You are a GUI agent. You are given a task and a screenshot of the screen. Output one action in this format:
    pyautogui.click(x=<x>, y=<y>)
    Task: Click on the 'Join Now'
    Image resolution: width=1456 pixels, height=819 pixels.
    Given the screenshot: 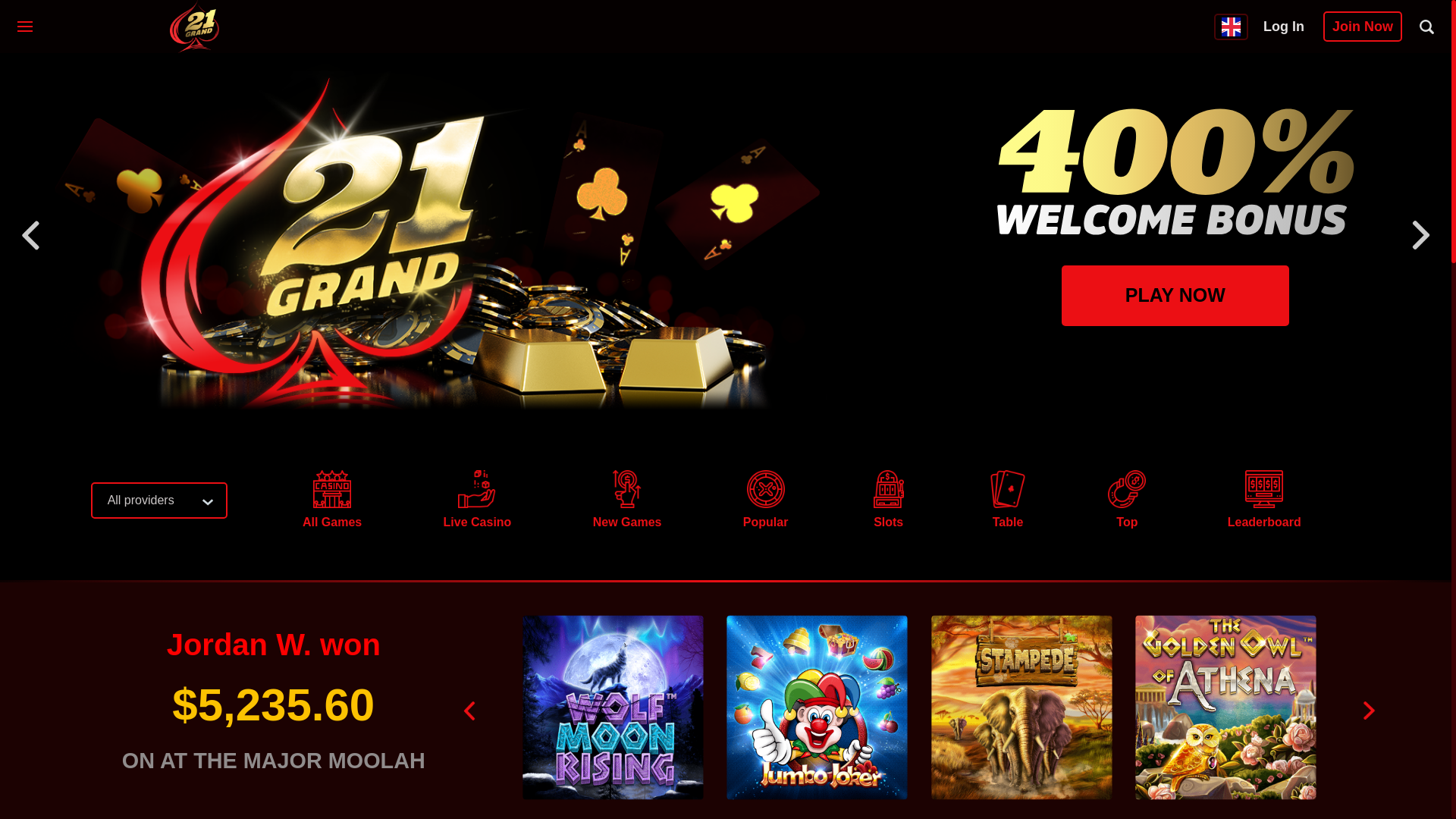 What is the action you would take?
    pyautogui.click(x=1362, y=26)
    